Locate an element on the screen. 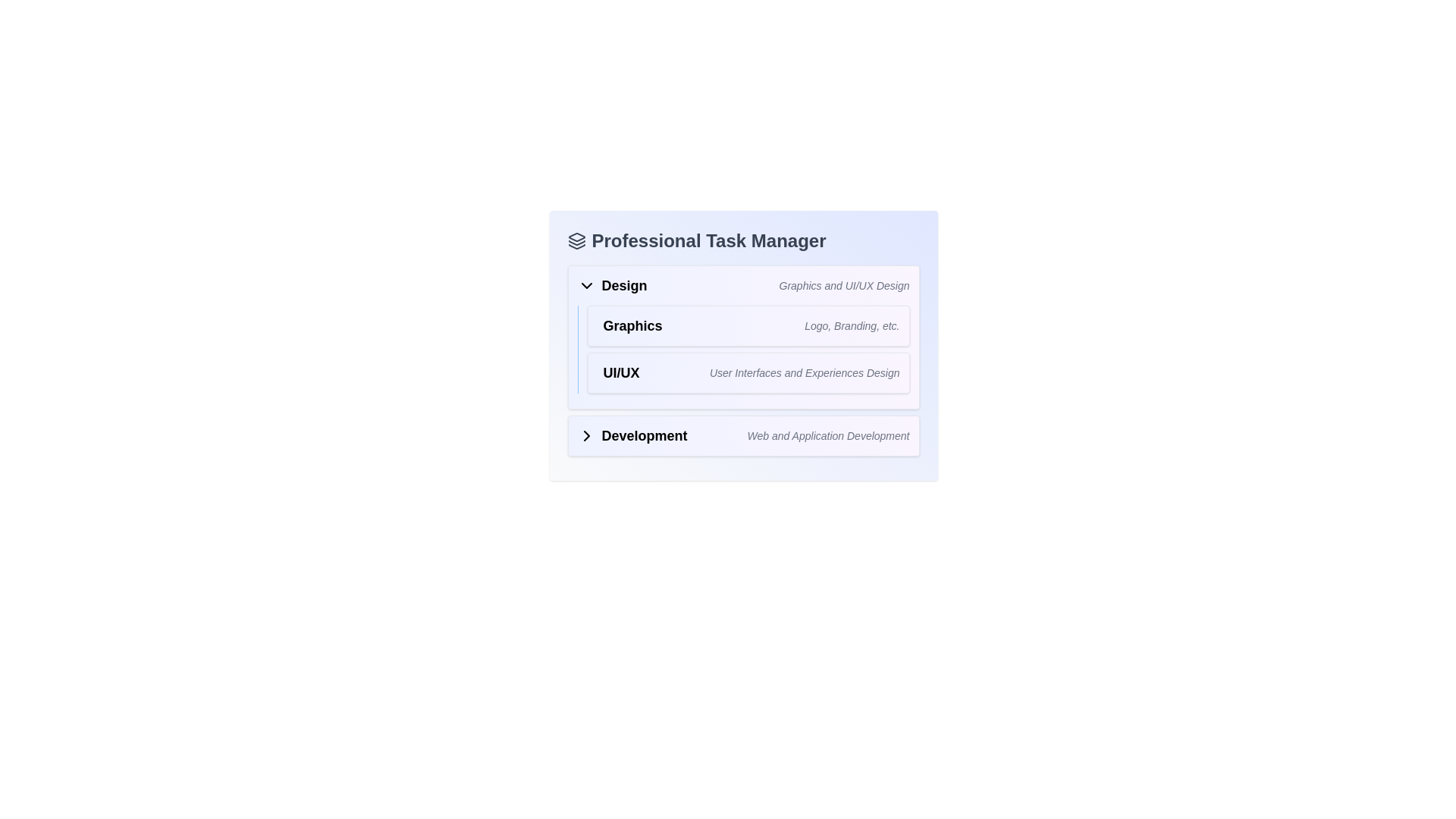 This screenshot has height=819, width=1456. the text element displaying the word 'Development' in bold font styling, located to the right of the chevron icon in the section header layout is located at coordinates (644, 435).